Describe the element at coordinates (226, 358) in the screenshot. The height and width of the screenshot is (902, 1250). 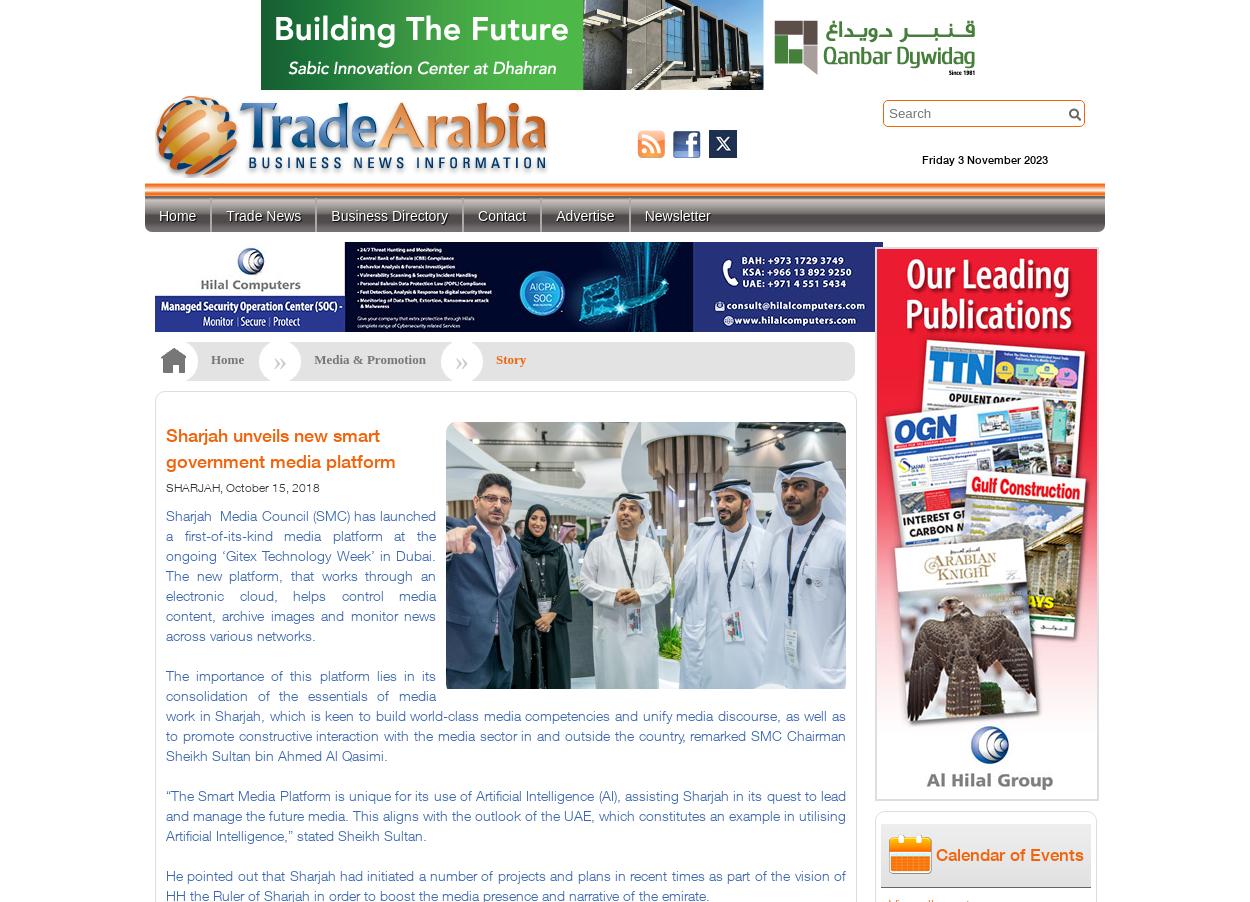
I see `'Home'` at that location.